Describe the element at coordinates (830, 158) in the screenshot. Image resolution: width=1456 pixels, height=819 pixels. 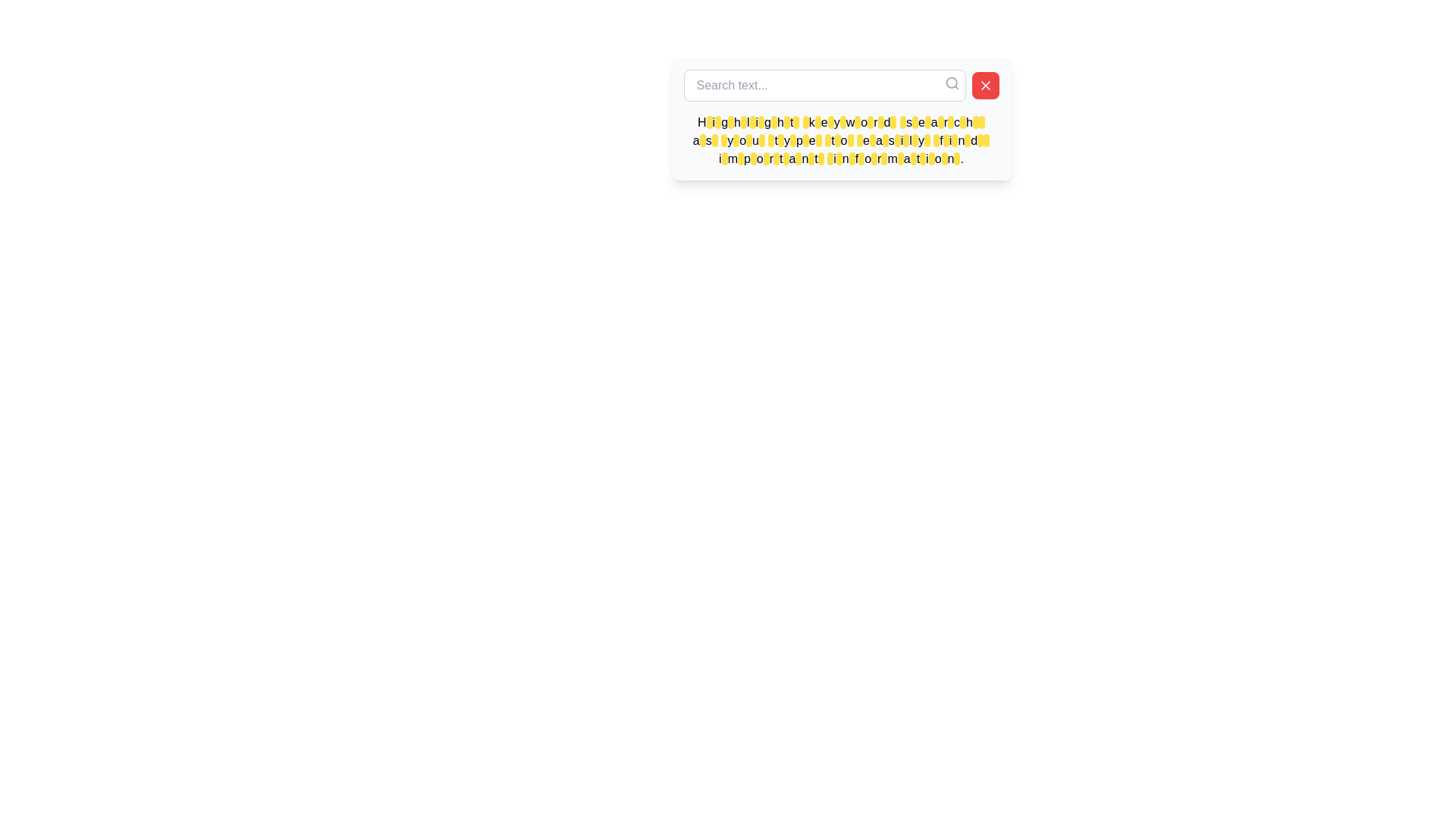
I see `the eleventh yellow-highlighted block in the bottom row of highlighted words within the text` at that location.